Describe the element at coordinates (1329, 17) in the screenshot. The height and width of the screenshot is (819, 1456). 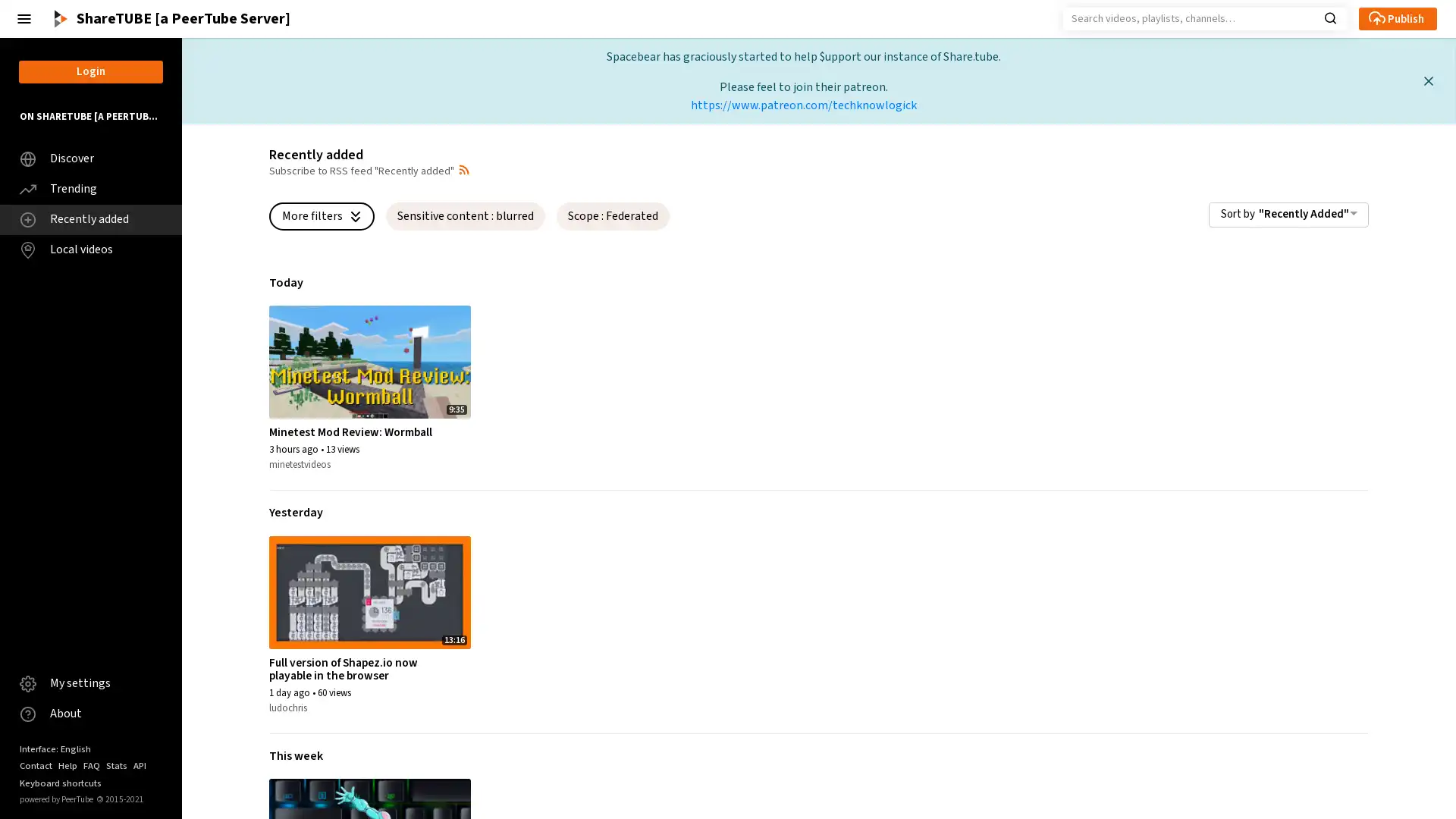
I see `Search` at that location.